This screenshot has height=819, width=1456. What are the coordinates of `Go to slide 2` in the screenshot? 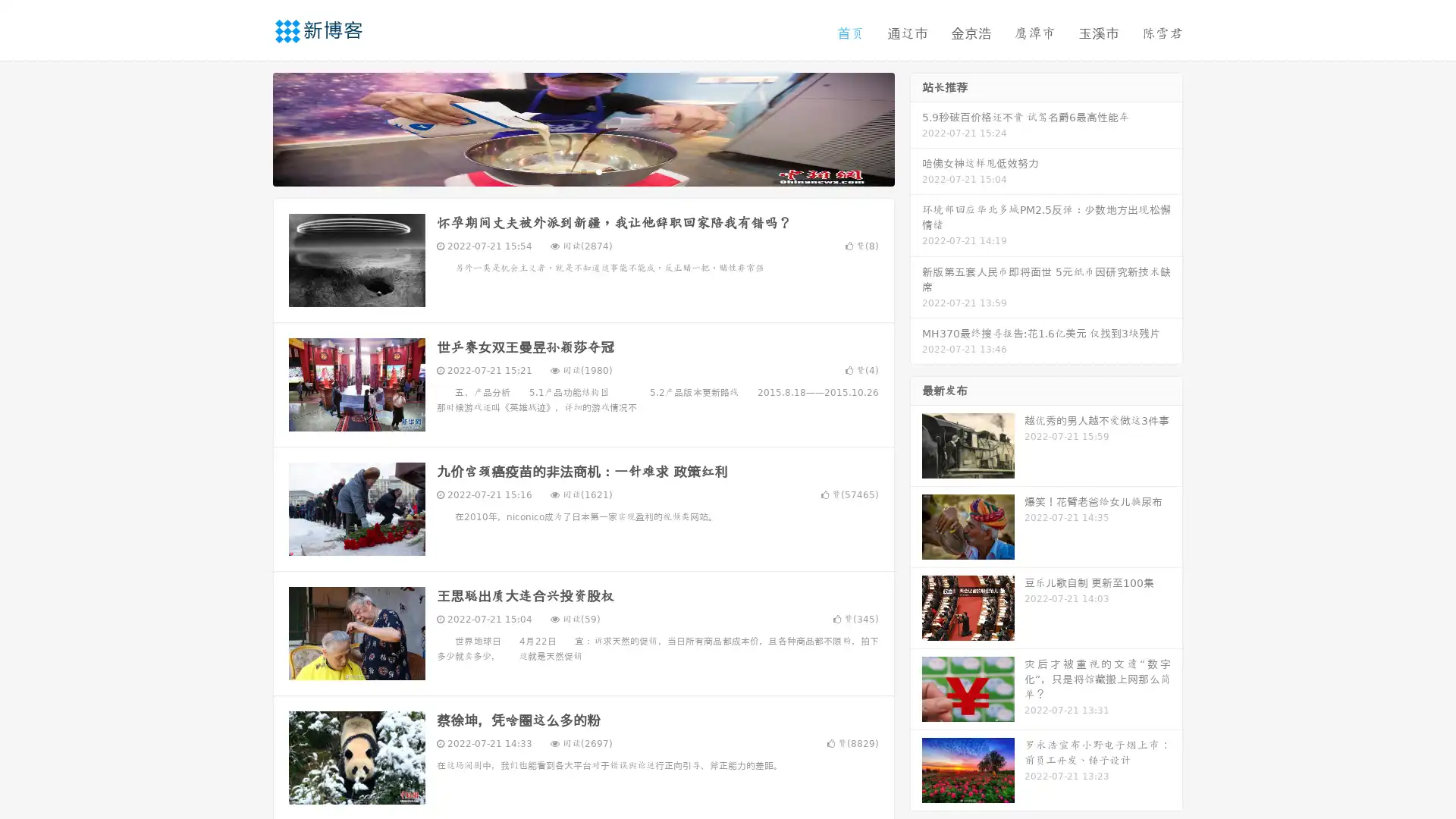 It's located at (582, 171).